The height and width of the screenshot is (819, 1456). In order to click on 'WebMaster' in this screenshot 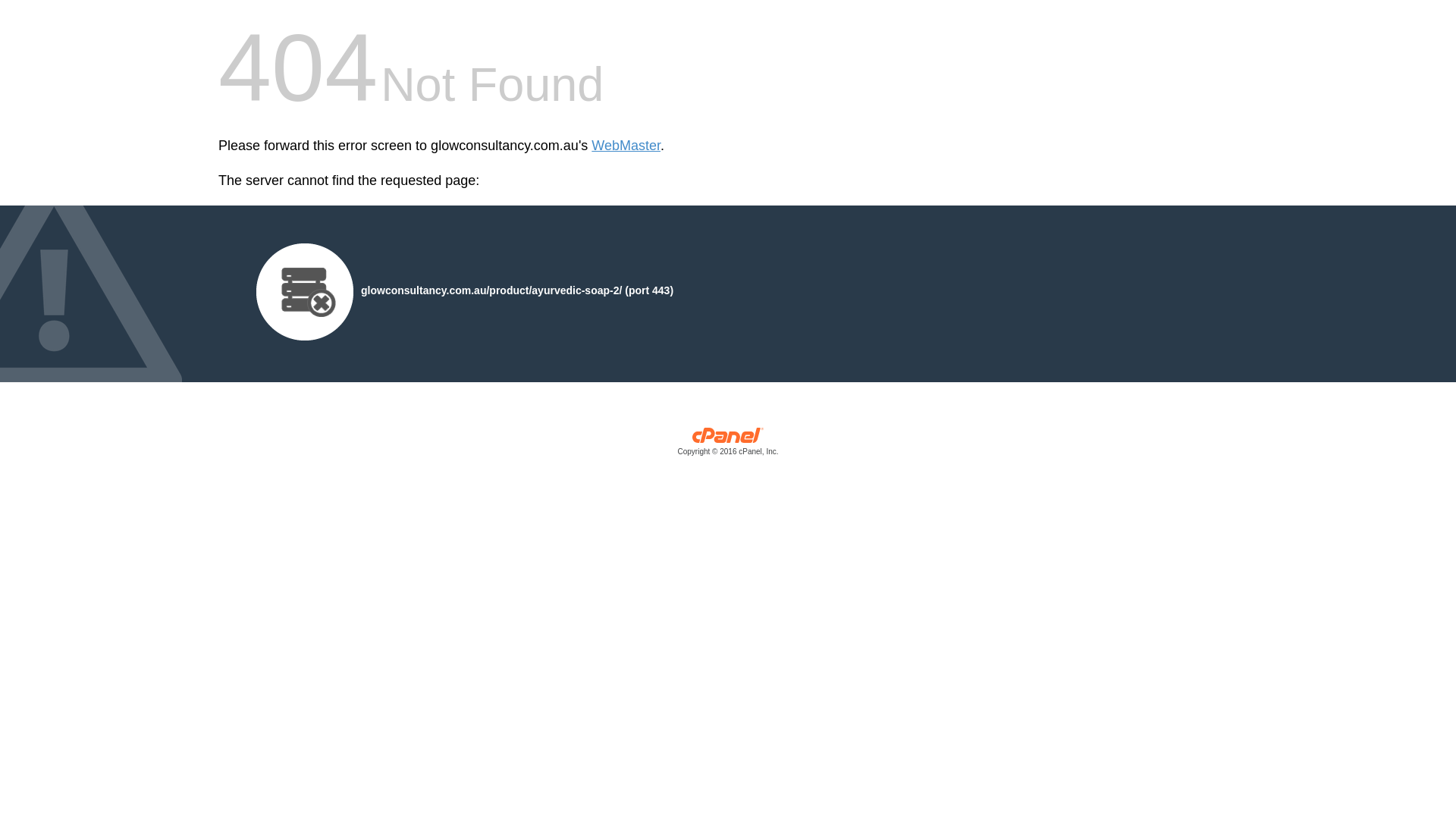, I will do `click(626, 146)`.